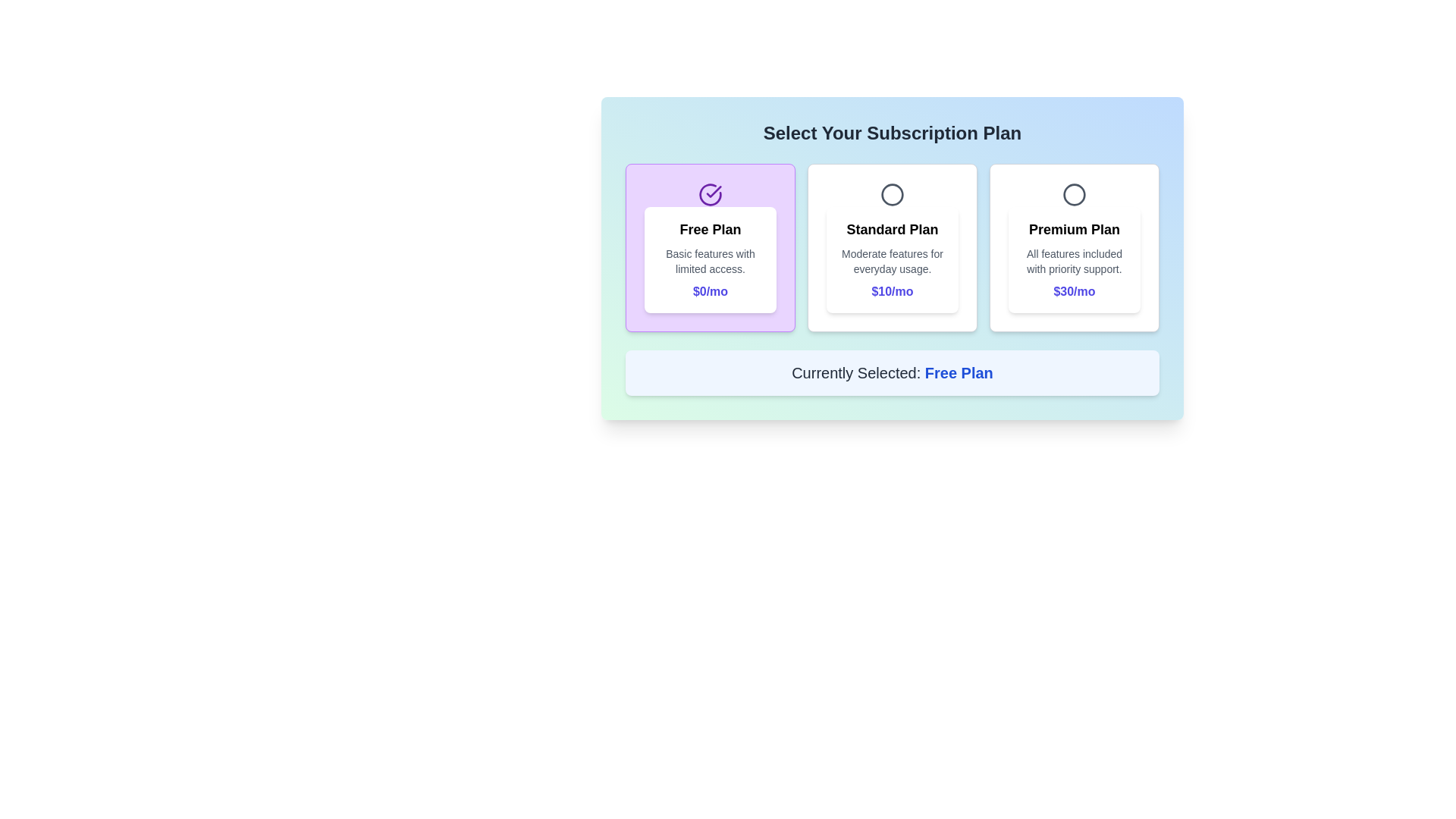 The image size is (1456, 819). What do you see at coordinates (892, 194) in the screenshot?
I see `the circular icon located above the text 'Standard Plan' in the grid layout of subscription options` at bounding box center [892, 194].